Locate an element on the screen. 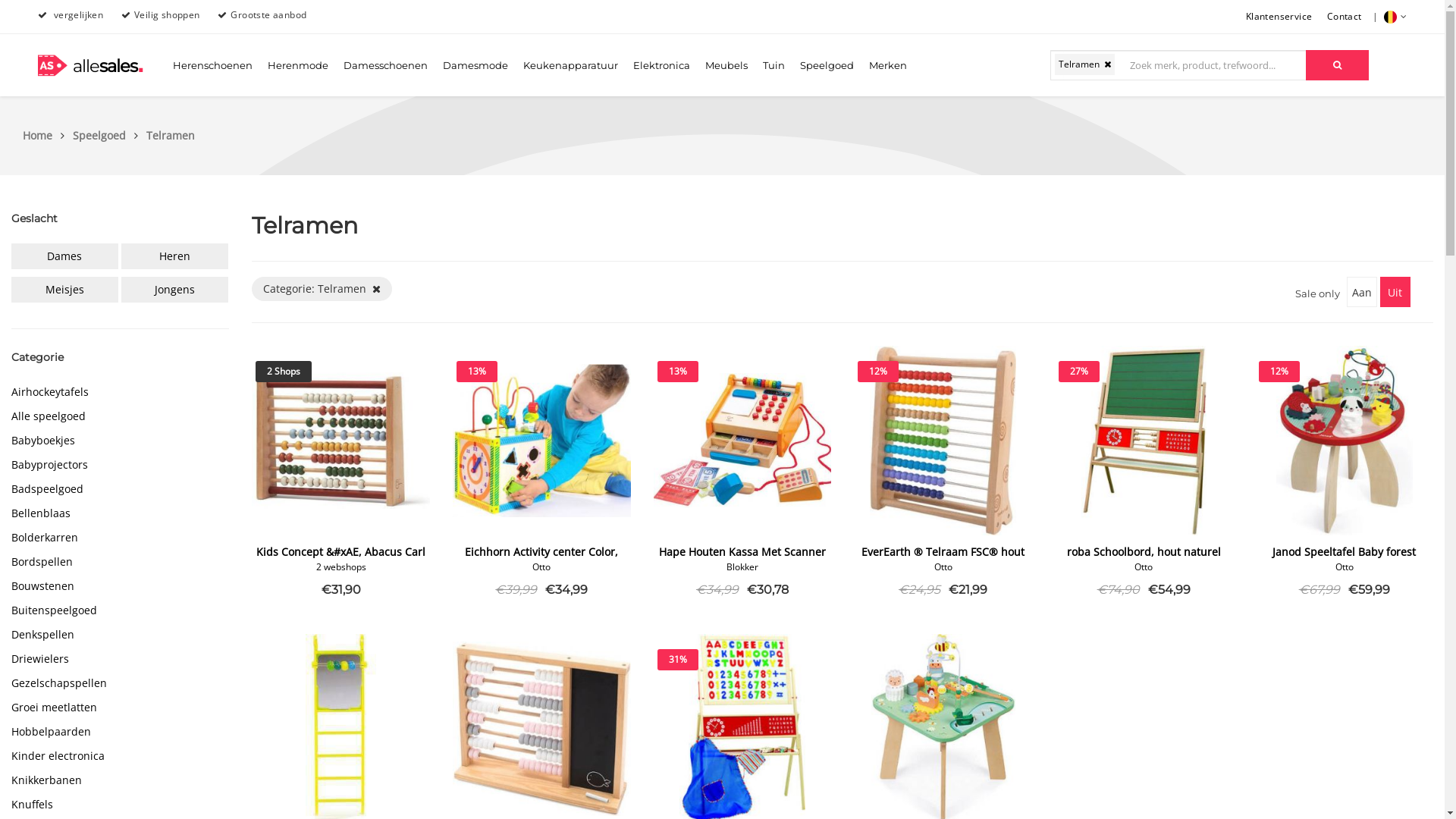 The image size is (1456, 819). 'Categorie: Telramen  ' is located at coordinates (321, 289).